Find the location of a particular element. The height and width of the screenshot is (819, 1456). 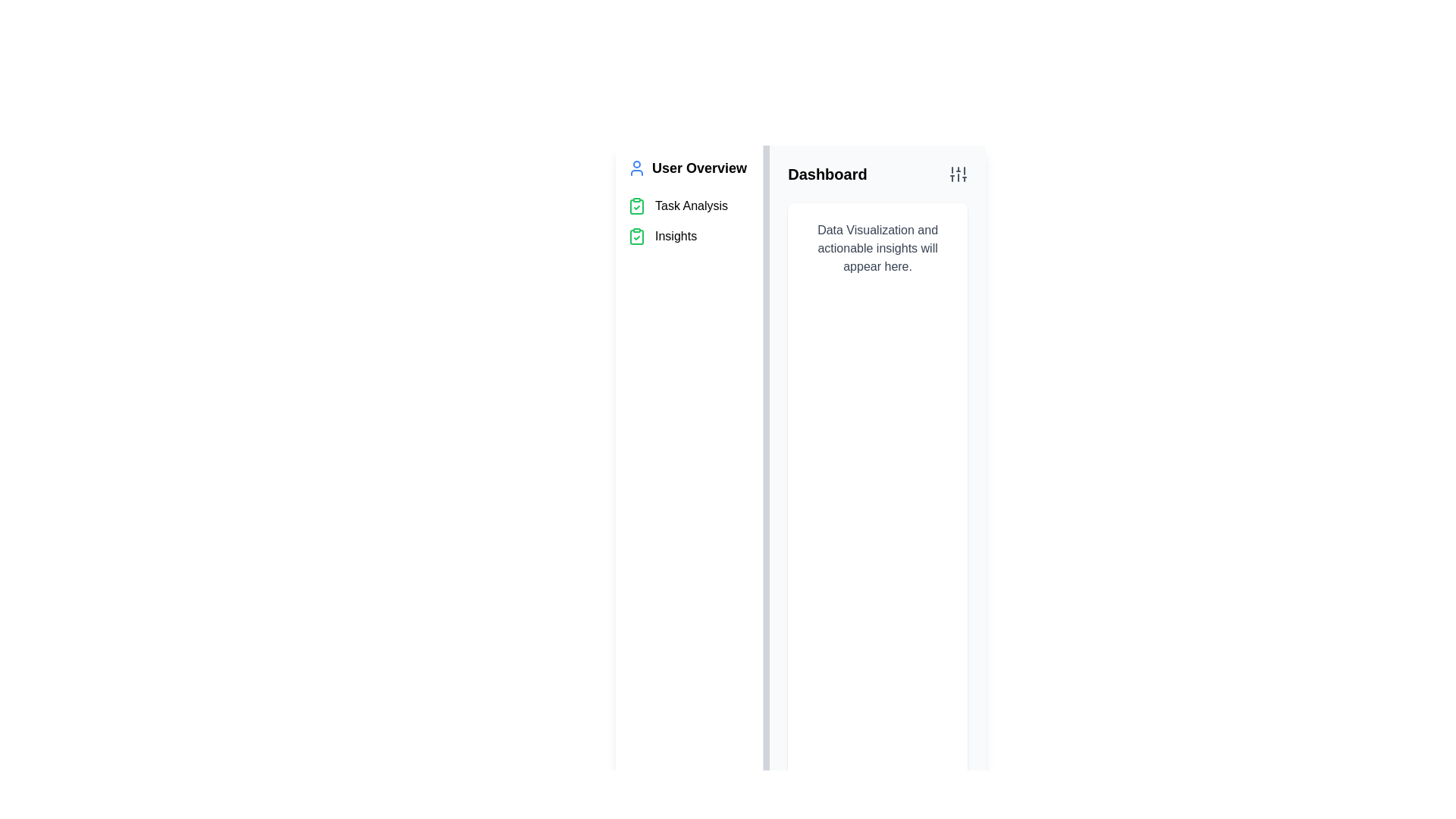

the green-outlined clipboard icon with a checkmark inside, located at the beginning of the 'Insights' row in the left vertical navigation panel, below 'Task Analysis' is located at coordinates (637, 237).